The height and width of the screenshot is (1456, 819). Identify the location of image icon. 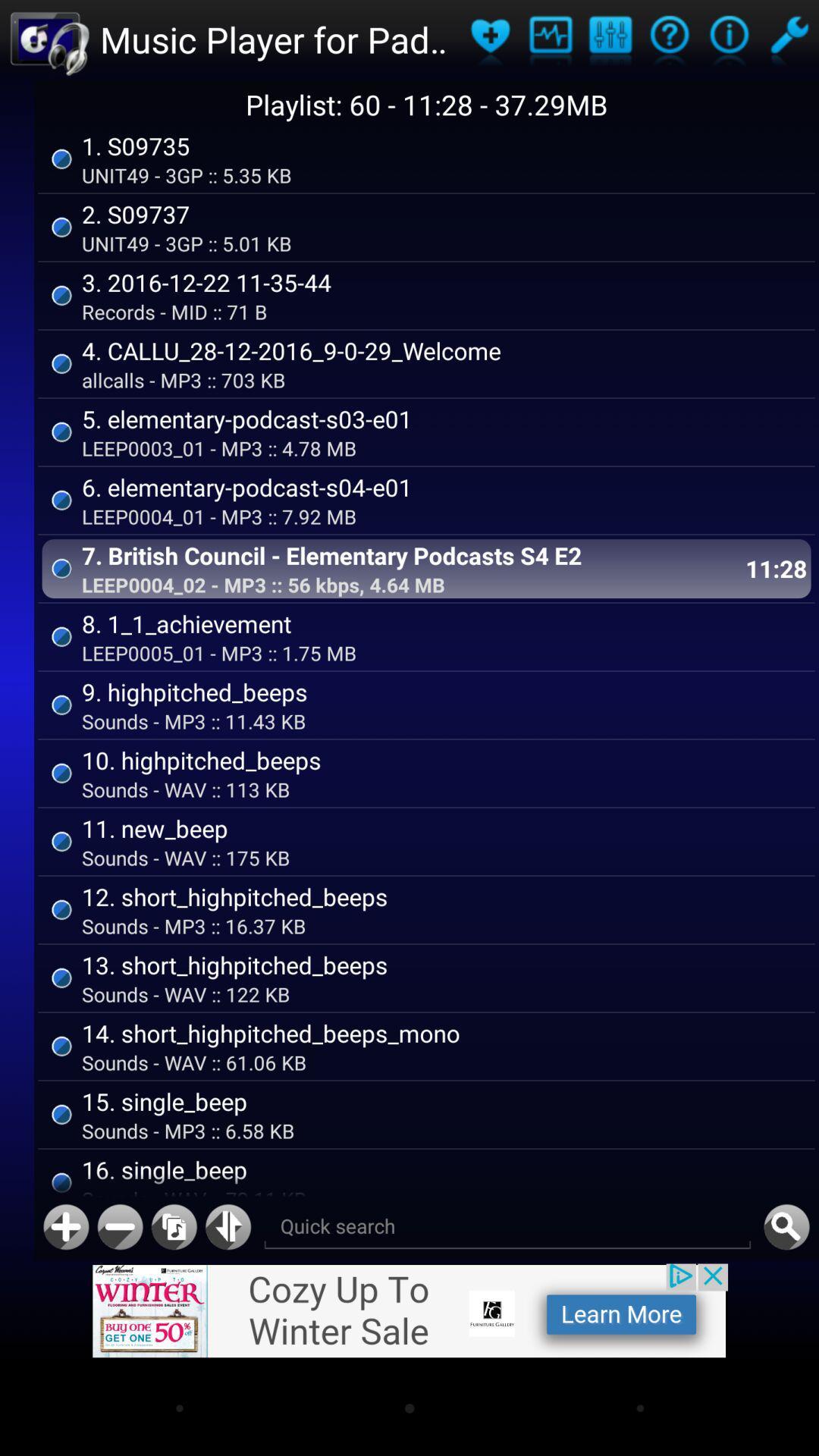
(409, 1310).